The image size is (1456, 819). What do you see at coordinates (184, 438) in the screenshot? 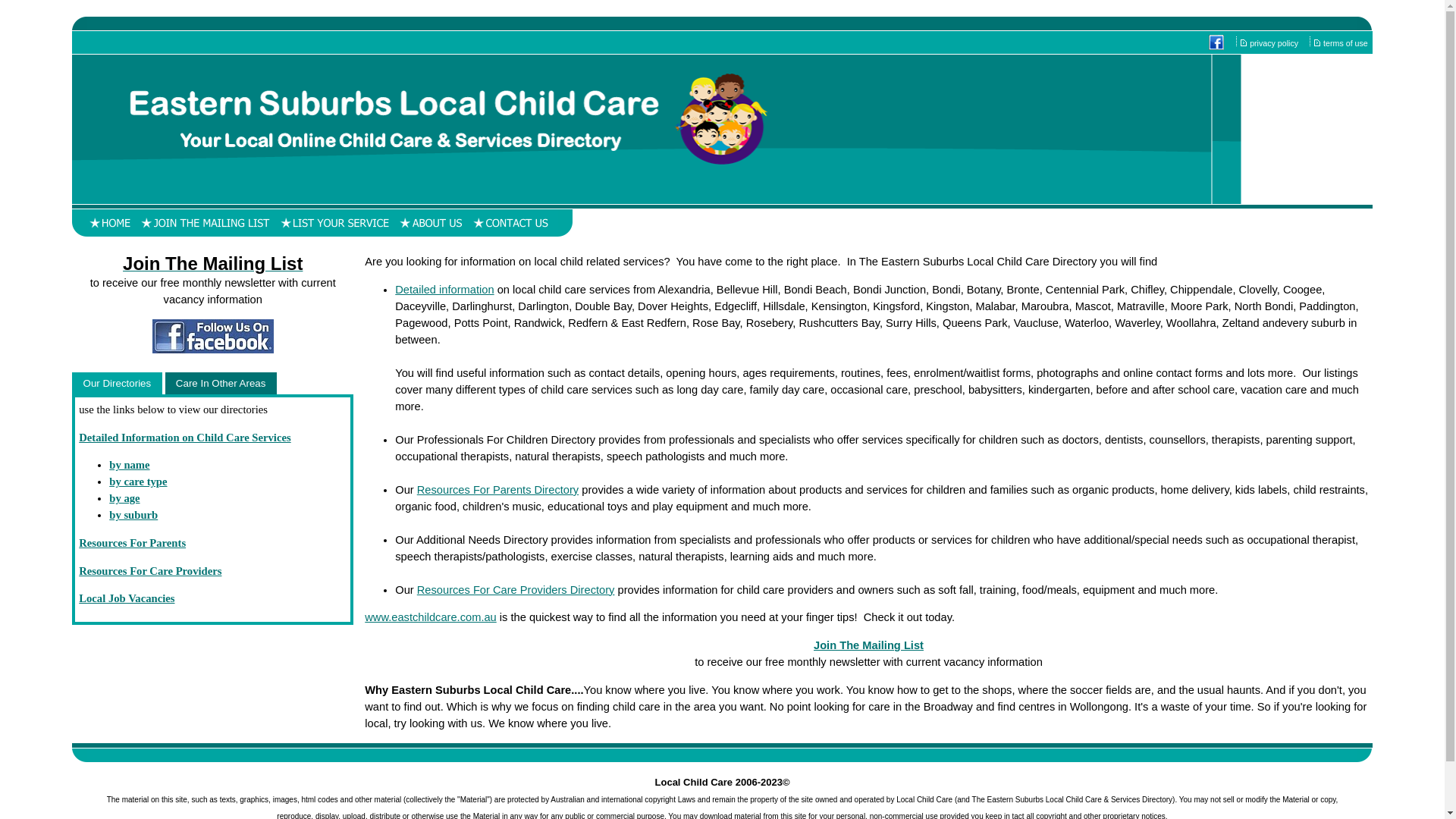
I see `'Detailed Information on Child Care Services'` at bounding box center [184, 438].